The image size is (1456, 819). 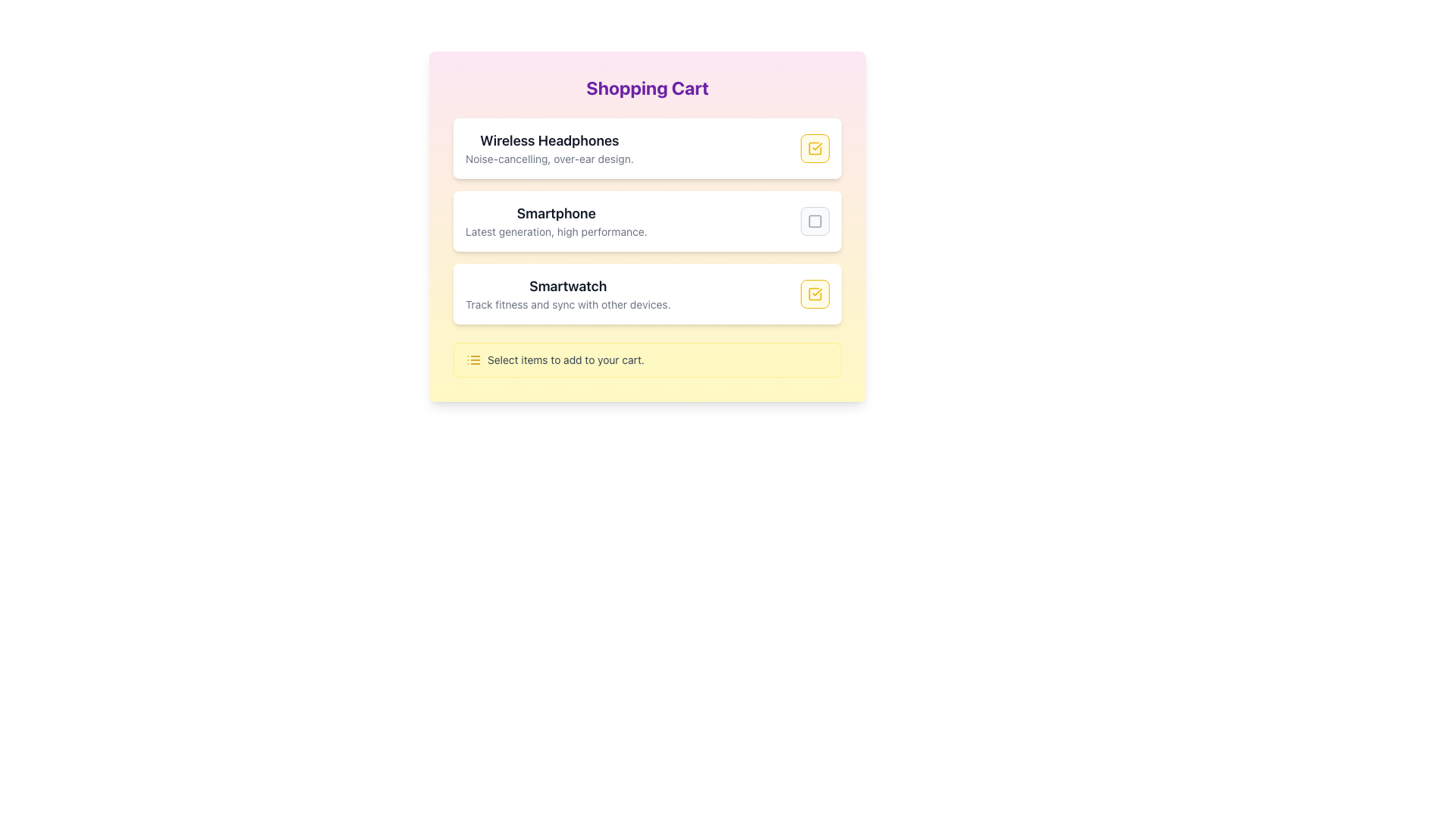 What do you see at coordinates (567, 304) in the screenshot?
I see `the text label displaying 'Track fitness and sync with other devices.' located below the heading 'Smartwatch' in the Shopping Cart section` at bounding box center [567, 304].